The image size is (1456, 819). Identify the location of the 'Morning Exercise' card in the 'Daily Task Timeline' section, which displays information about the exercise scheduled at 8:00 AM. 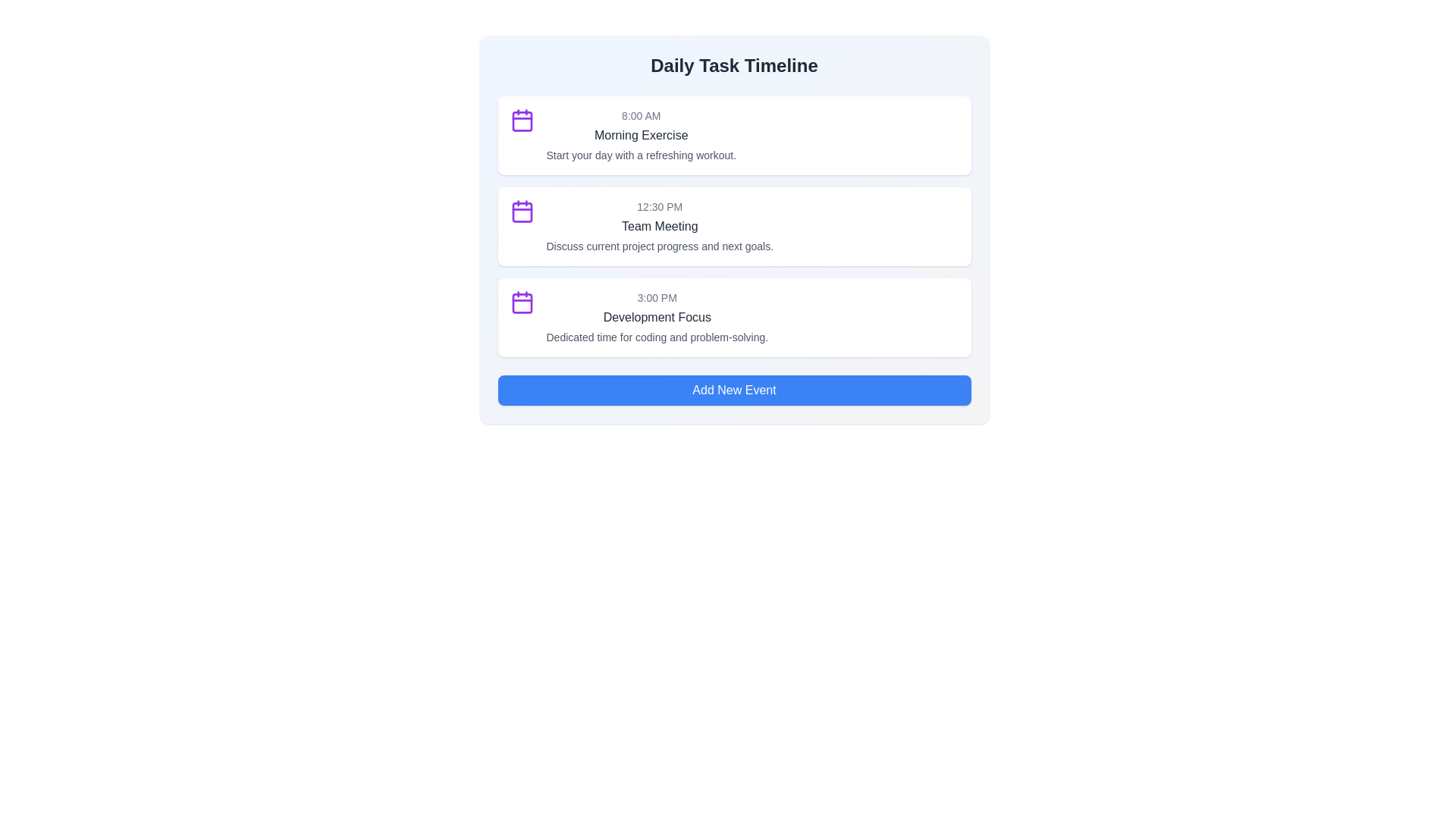
(734, 134).